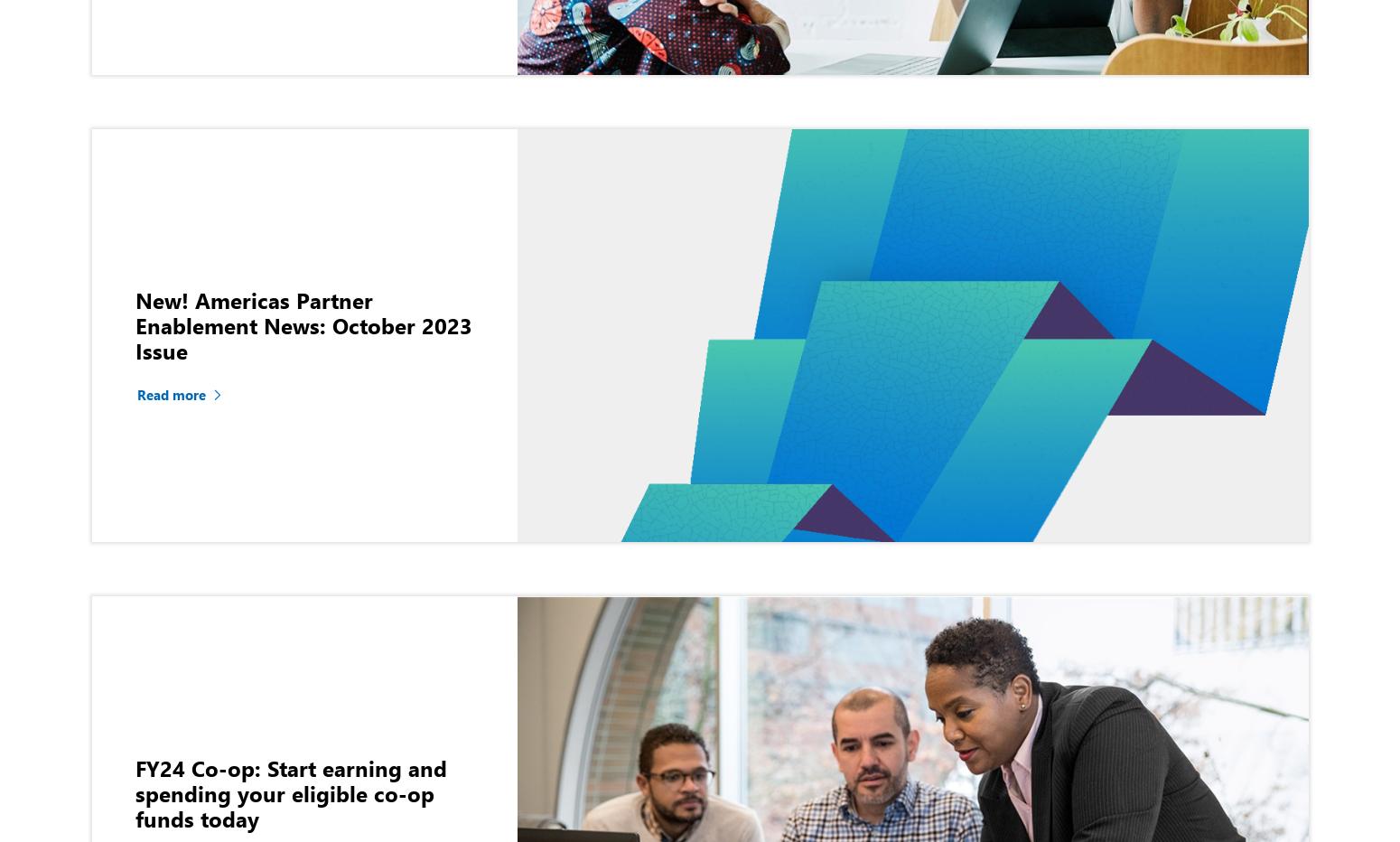 This screenshot has width=1400, height=842. What do you see at coordinates (627, 368) in the screenshot?
I see `'2'` at bounding box center [627, 368].